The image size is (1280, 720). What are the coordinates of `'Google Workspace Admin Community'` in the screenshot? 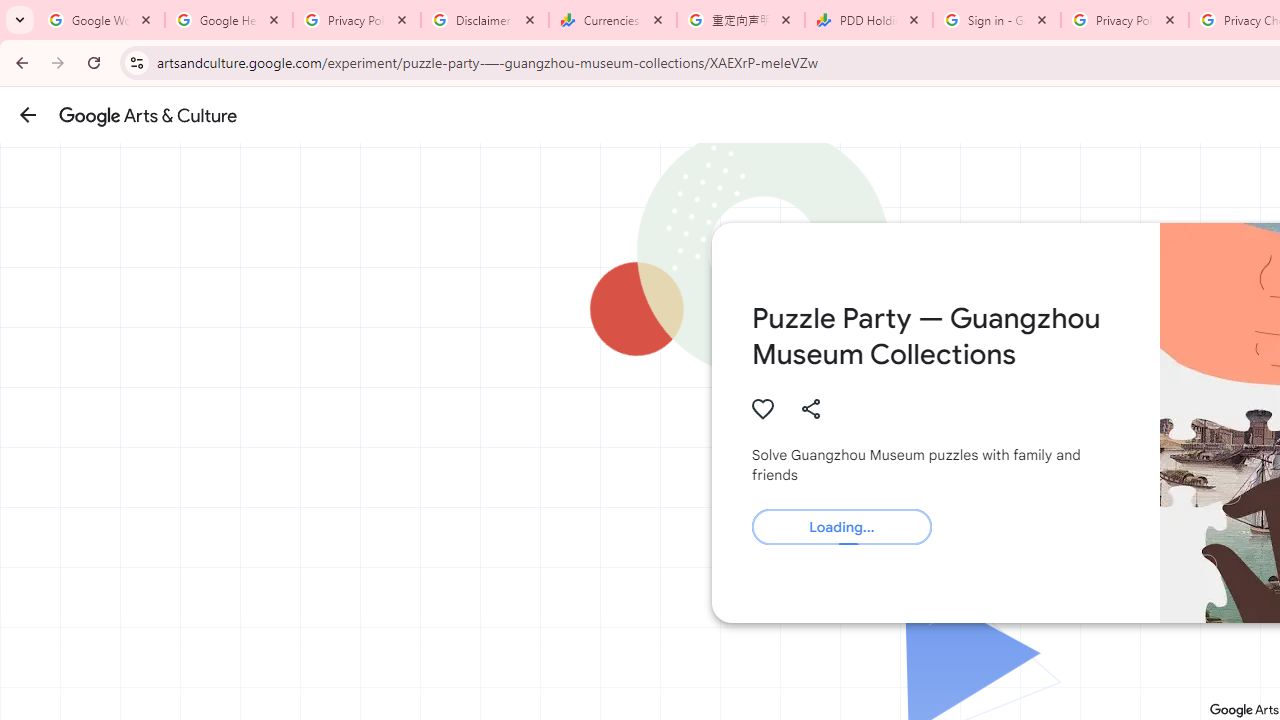 It's located at (100, 20).